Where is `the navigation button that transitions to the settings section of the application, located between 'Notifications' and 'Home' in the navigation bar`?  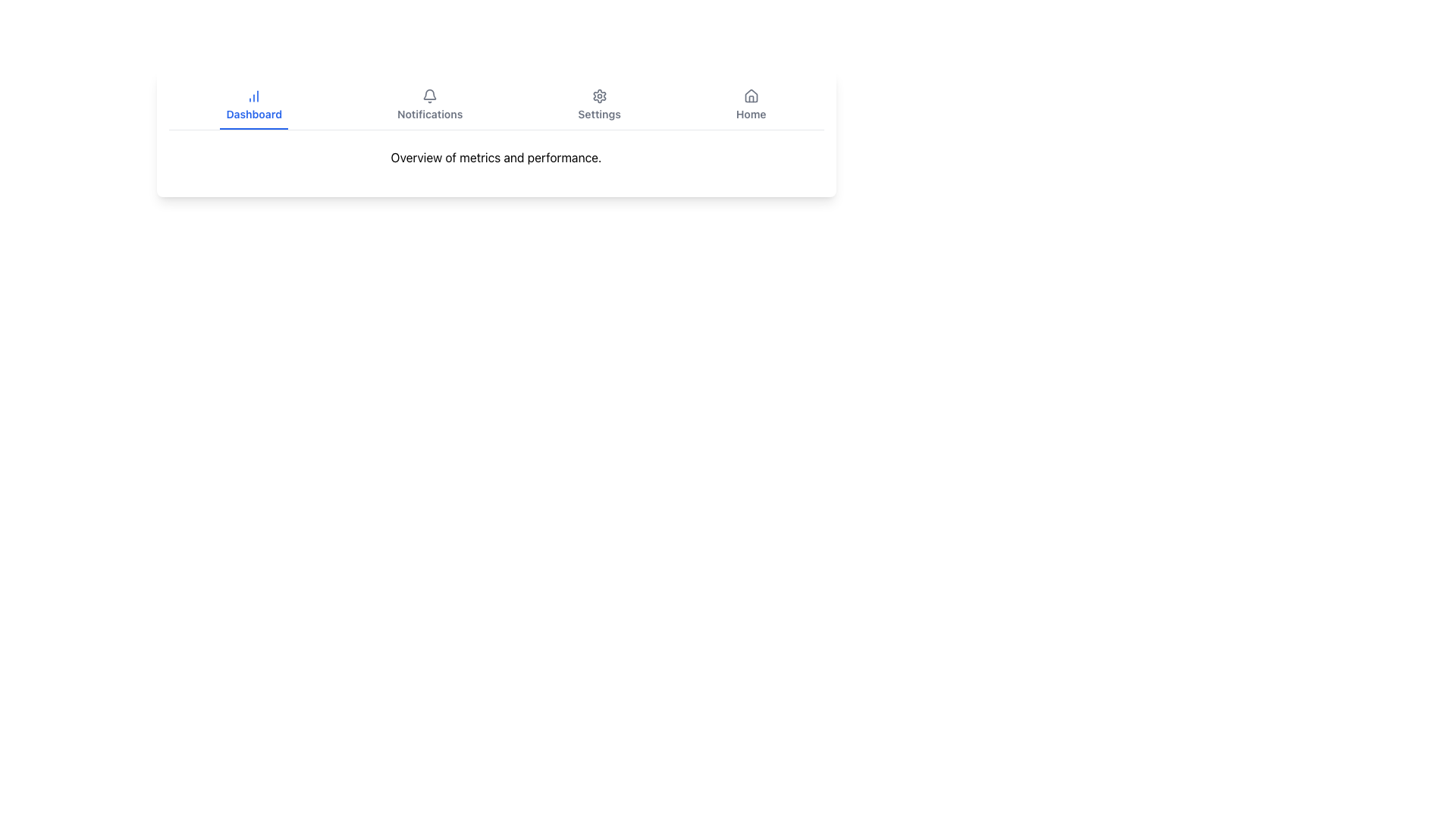
the navigation button that transitions to the settings section of the application, located between 'Notifications' and 'Home' in the navigation bar is located at coordinates (598, 105).